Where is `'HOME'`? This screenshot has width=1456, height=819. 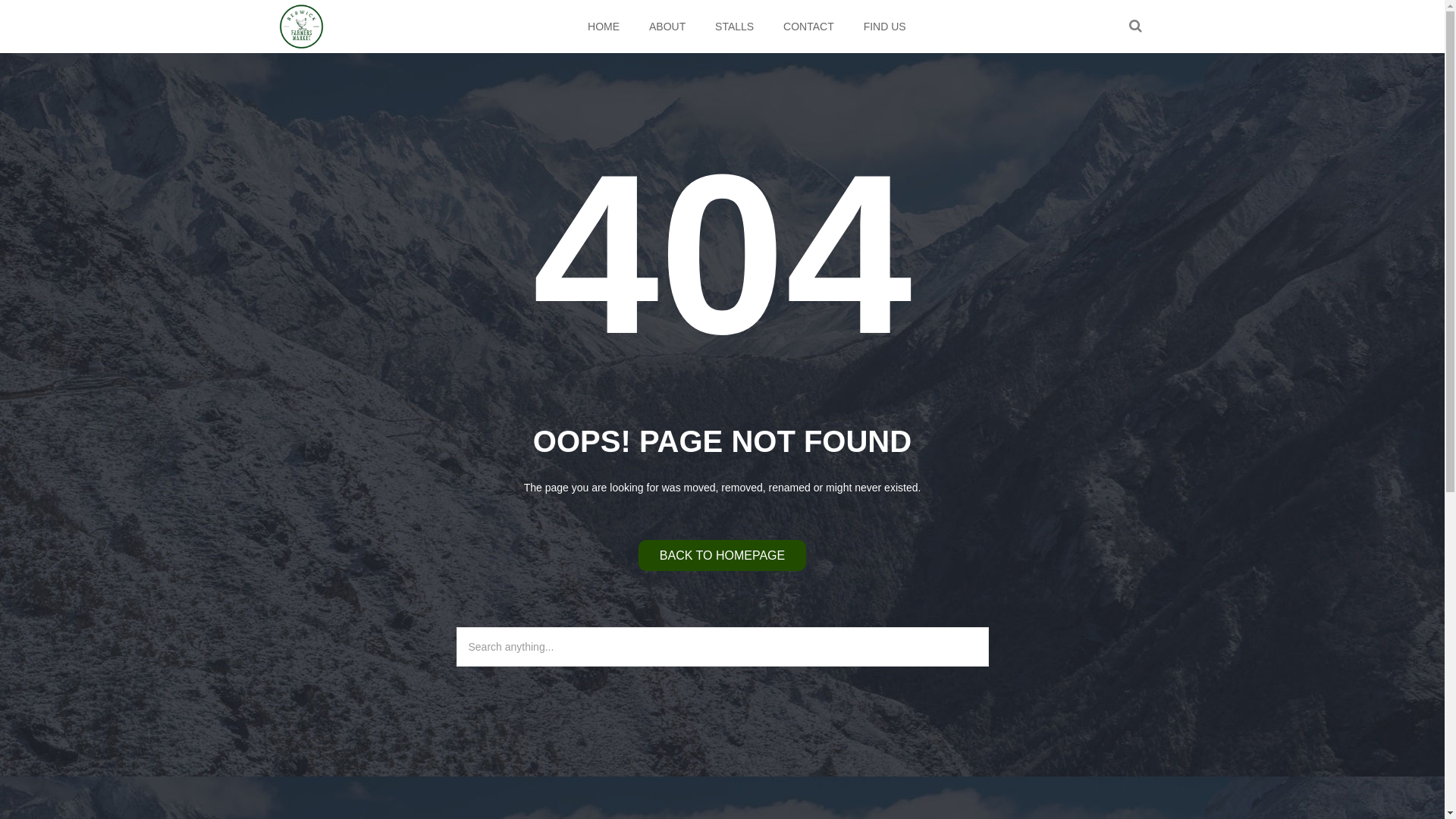
'HOME' is located at coordinates (603, 26).